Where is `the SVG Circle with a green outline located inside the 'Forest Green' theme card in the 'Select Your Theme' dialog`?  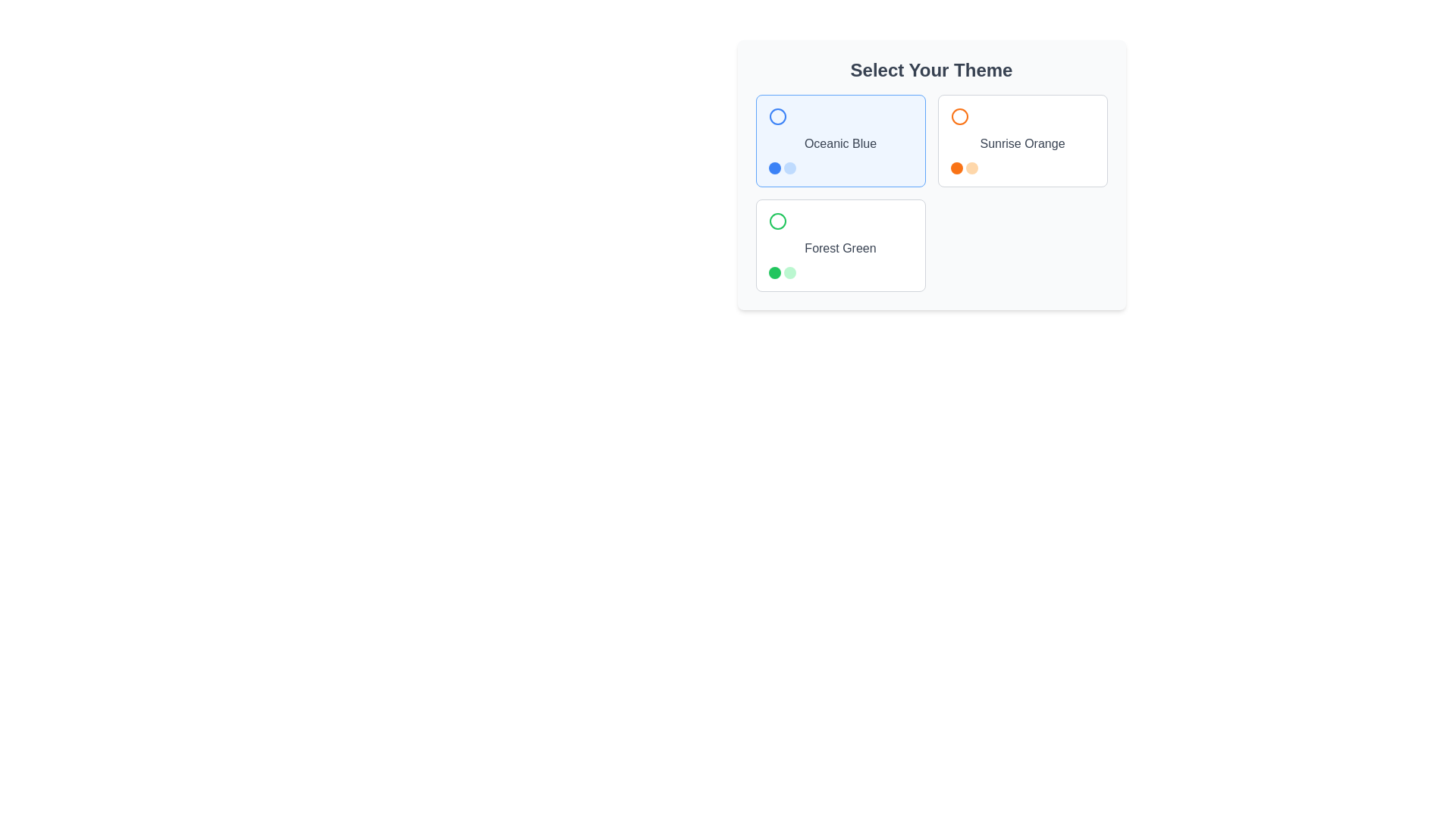 the SVG Circle with a green outline located inside the 'Forest Green' theme card in the 'Select Your Theme' dialog is located at coordinates (777, 221).